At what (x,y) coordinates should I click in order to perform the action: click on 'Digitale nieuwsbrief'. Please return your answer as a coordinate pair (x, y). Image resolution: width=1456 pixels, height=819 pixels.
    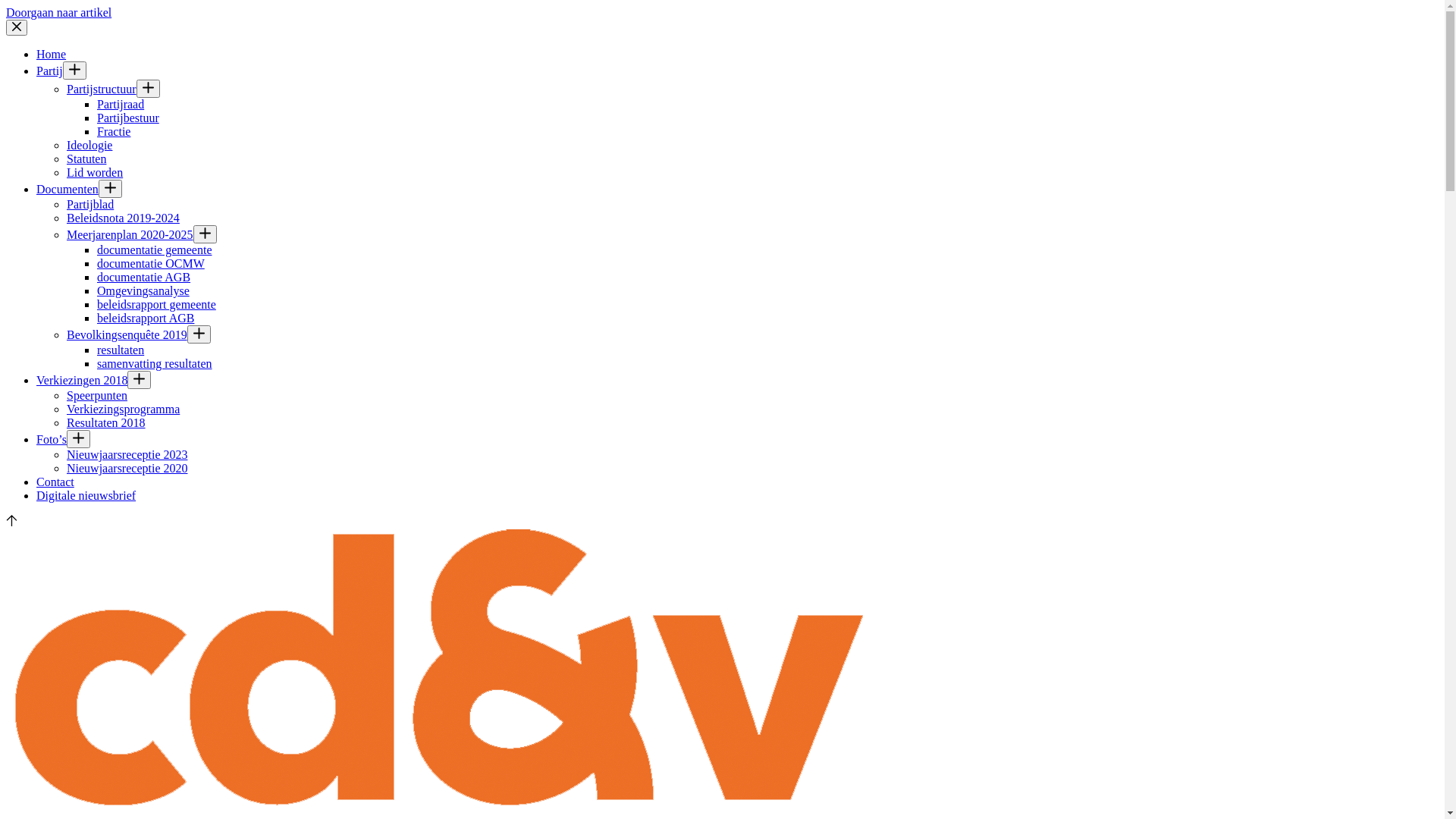
    Looking at the image, I should click on (85, 495).